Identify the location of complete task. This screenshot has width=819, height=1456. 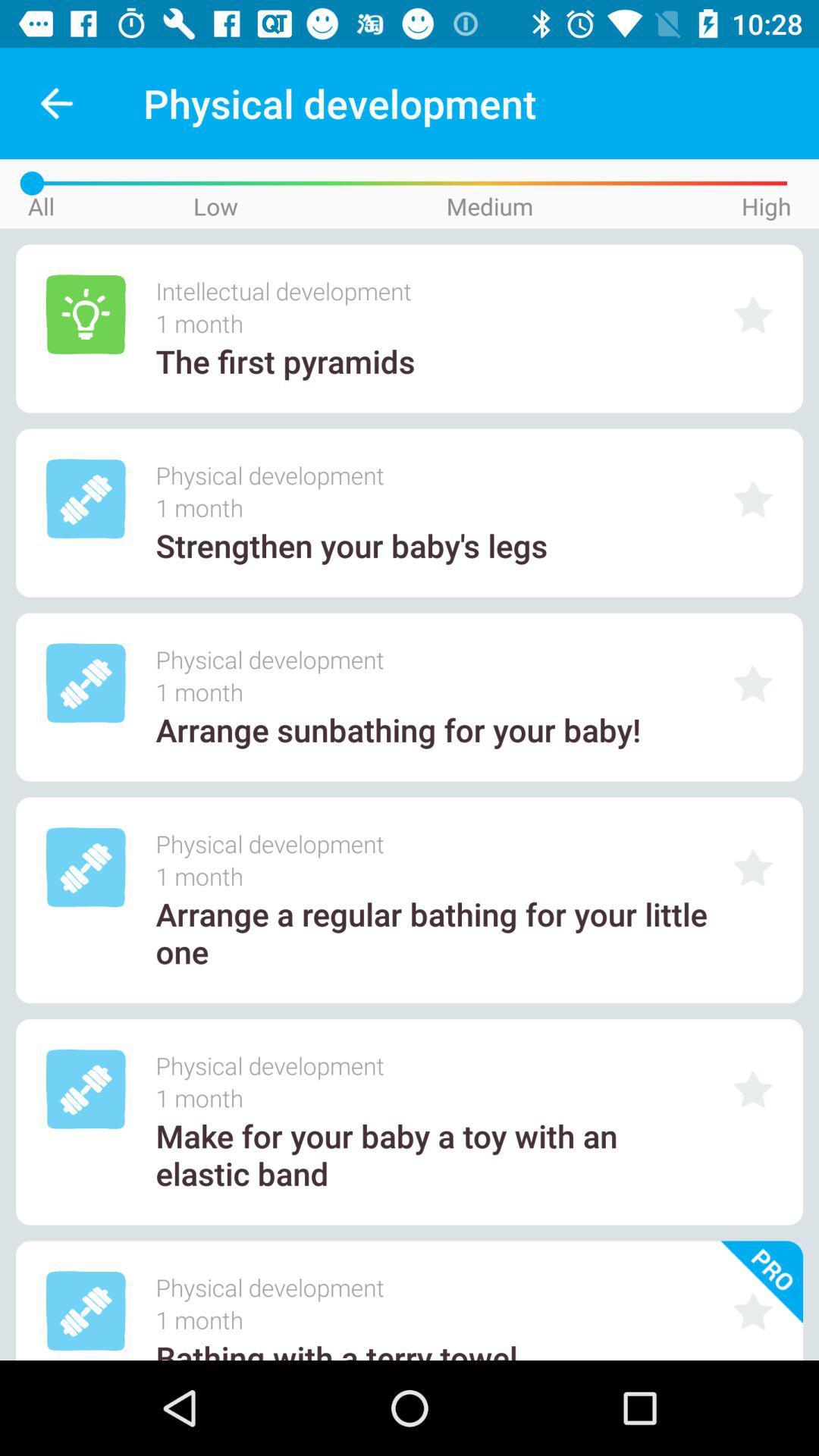
(753, 682).